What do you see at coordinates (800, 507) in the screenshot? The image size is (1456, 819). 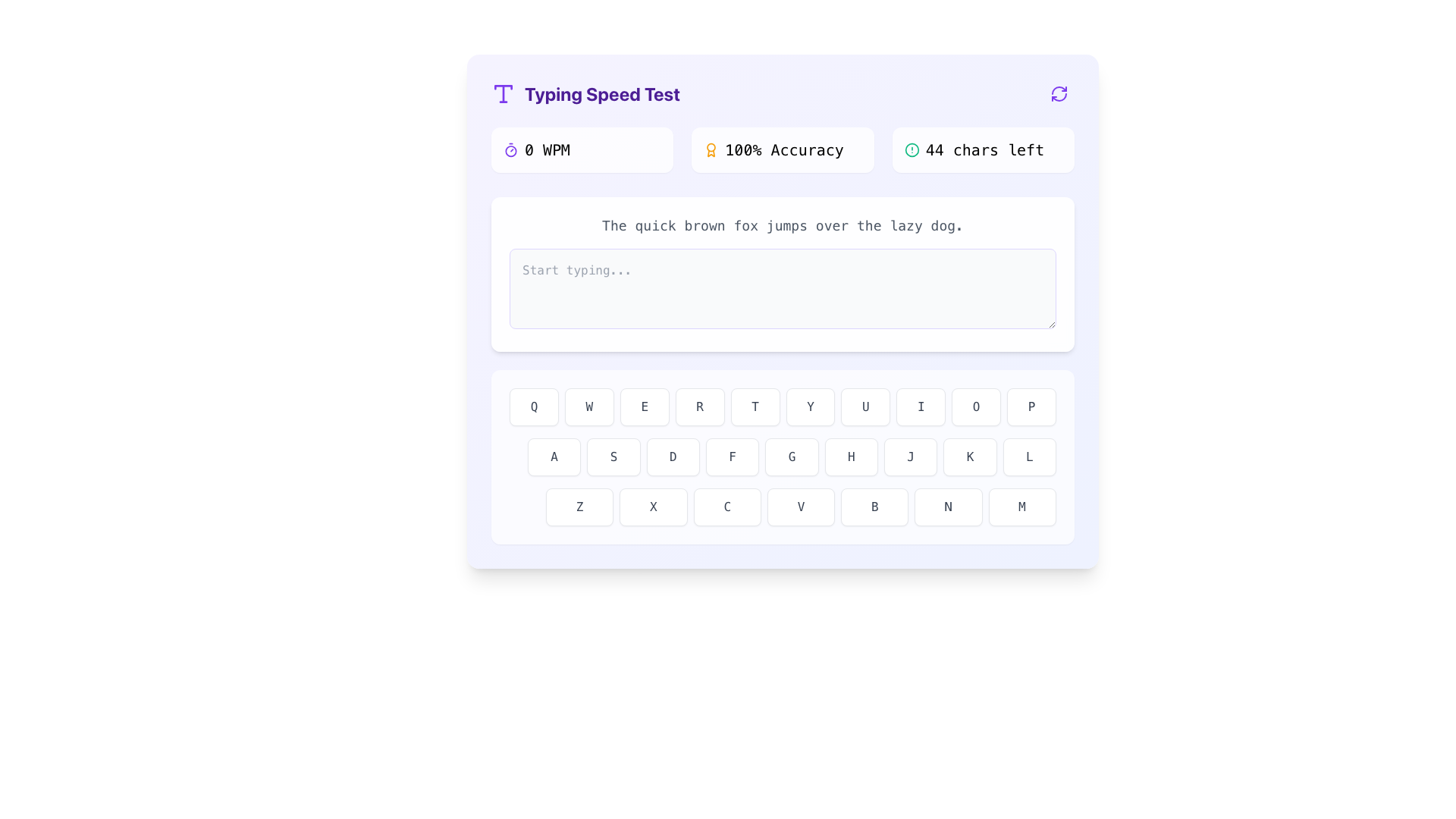 I see `the fourth button in the horizontal sequence of seven buttons to input the character 'V'` at bounding box center [800, 507].